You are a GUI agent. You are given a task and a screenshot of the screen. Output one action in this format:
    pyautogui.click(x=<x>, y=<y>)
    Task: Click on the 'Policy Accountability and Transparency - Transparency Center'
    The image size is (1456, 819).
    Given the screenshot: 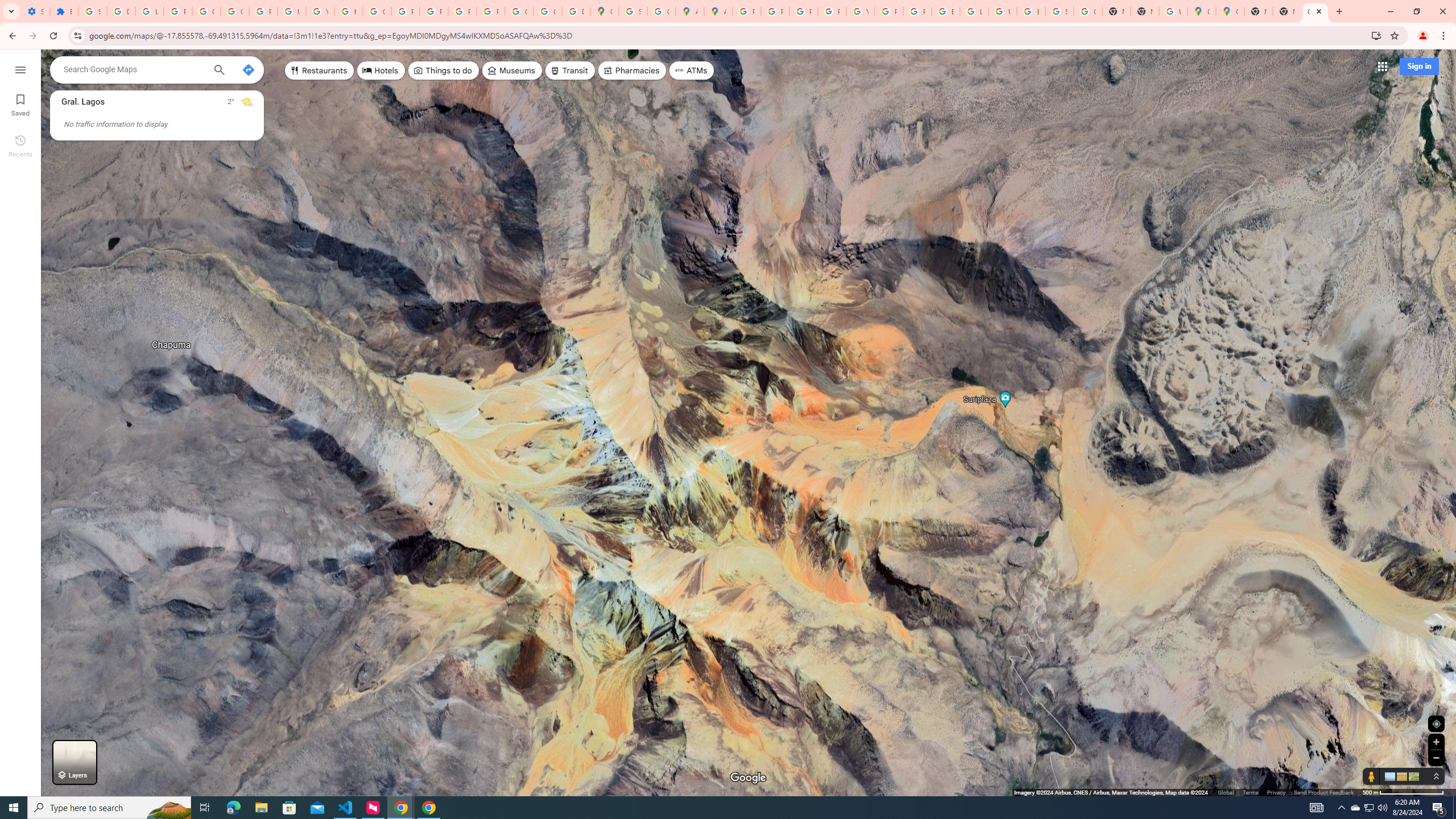 What is the action you would take?
    pyautogui.click(x=746, y=11)
    